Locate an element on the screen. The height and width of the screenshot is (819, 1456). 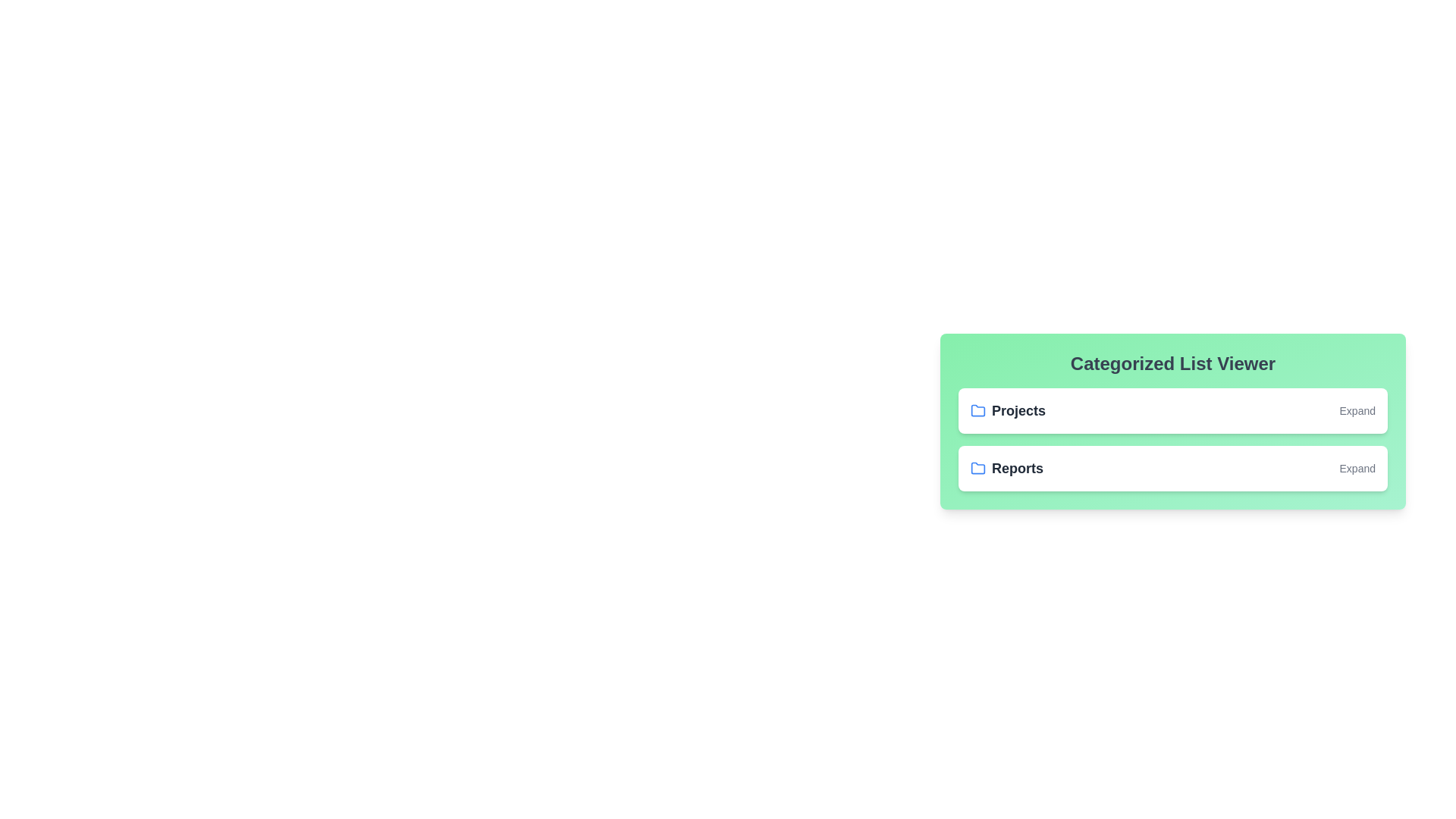
the folder icon for the category Projects is located at coordinates (978, 411).